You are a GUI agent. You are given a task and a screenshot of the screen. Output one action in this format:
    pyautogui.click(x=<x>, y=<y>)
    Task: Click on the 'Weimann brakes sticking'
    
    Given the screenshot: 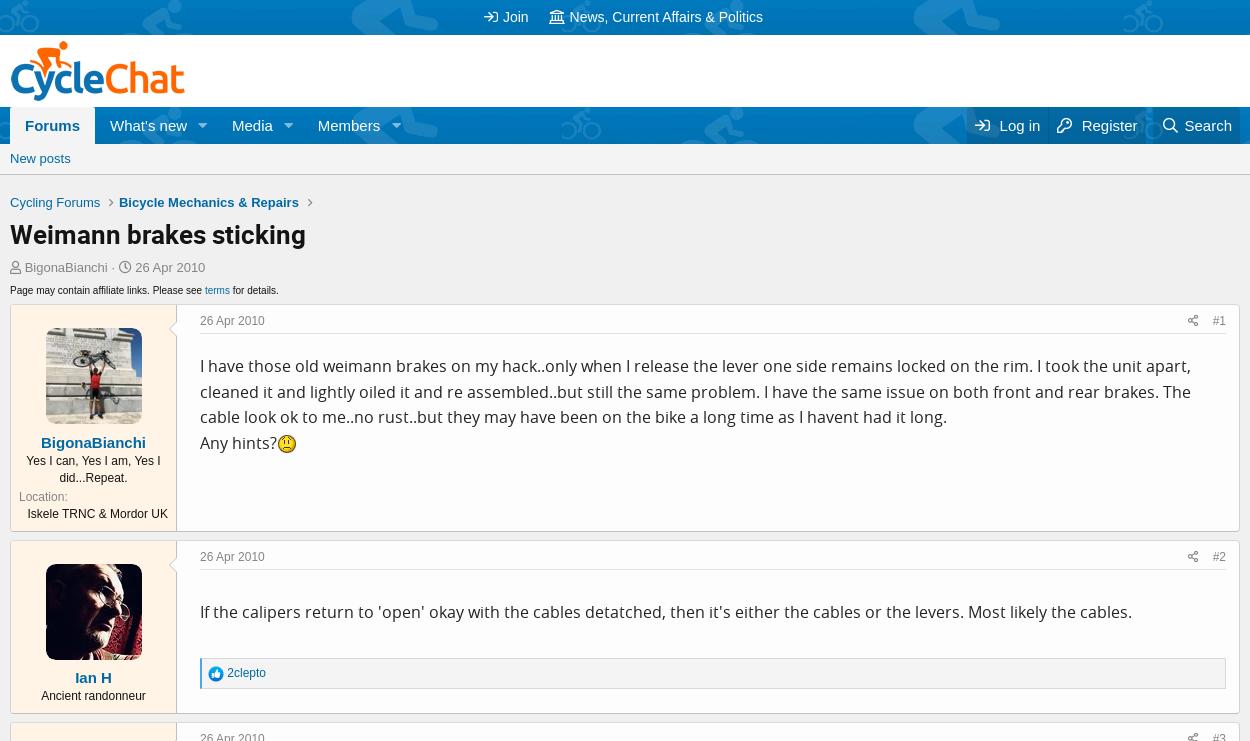 What is the action you would take?
    pyautogui.click(x=158, y=233)
    